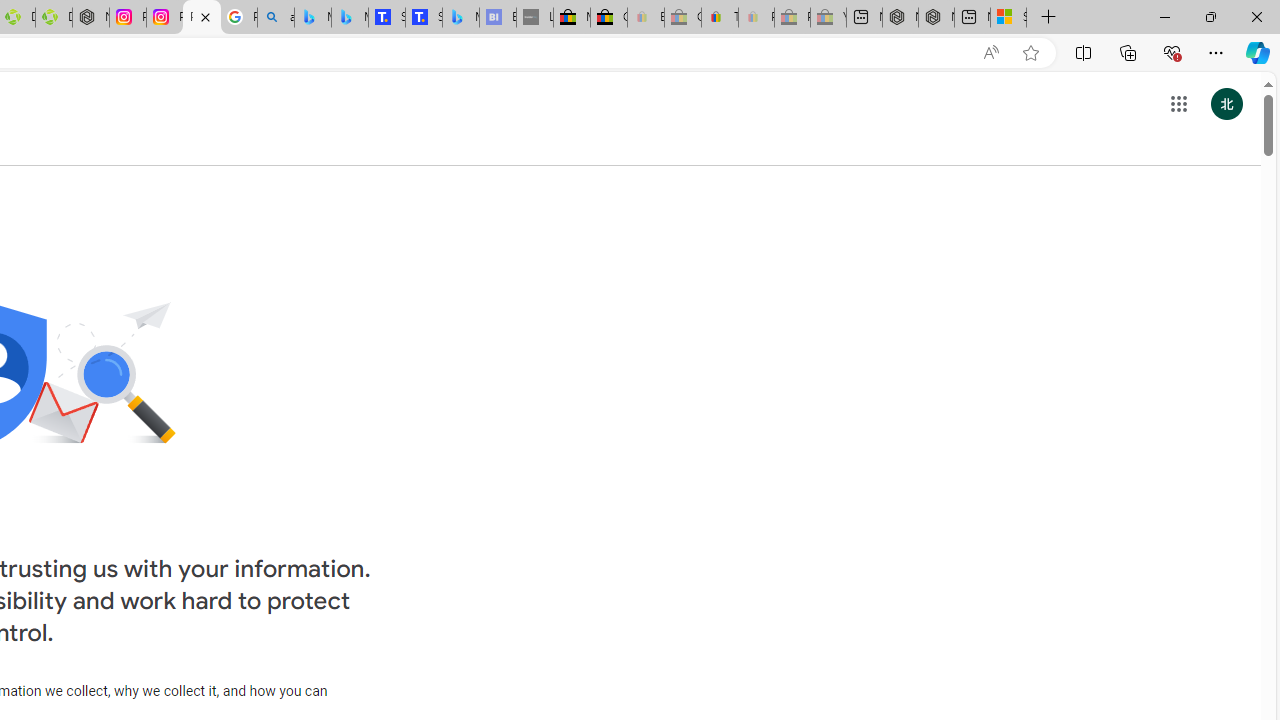 The height and width of the screenshot is (720, 1280). What do you see at coordinates (422, 17) in the screenshot?
I see `'Shangri-La Bangkok, Hotel reviews and Room rates'` at bounding box center [422, 17].